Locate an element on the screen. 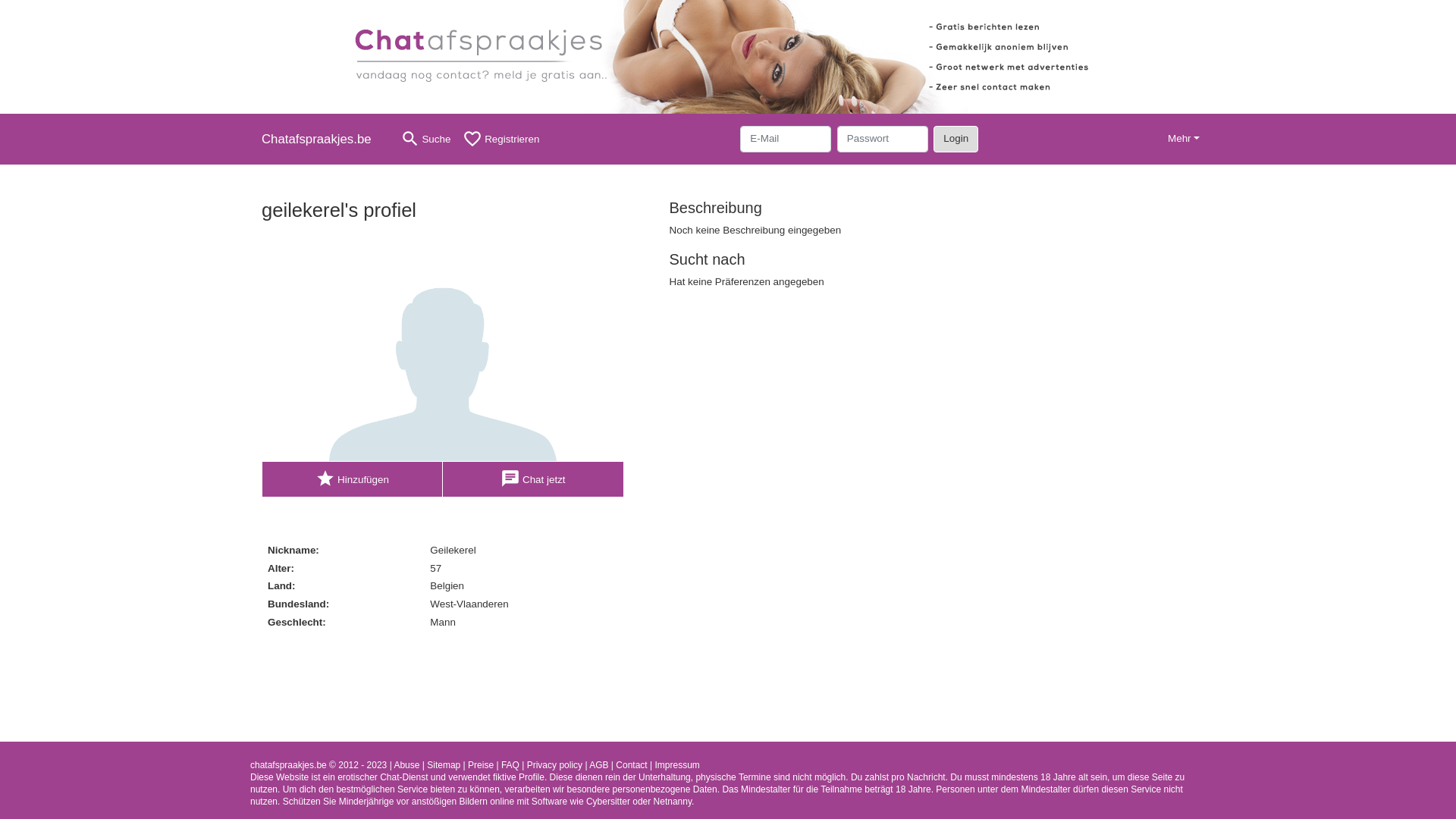 The image size is (1456, 819). 'Preise' is located at coordinates (479, 765).